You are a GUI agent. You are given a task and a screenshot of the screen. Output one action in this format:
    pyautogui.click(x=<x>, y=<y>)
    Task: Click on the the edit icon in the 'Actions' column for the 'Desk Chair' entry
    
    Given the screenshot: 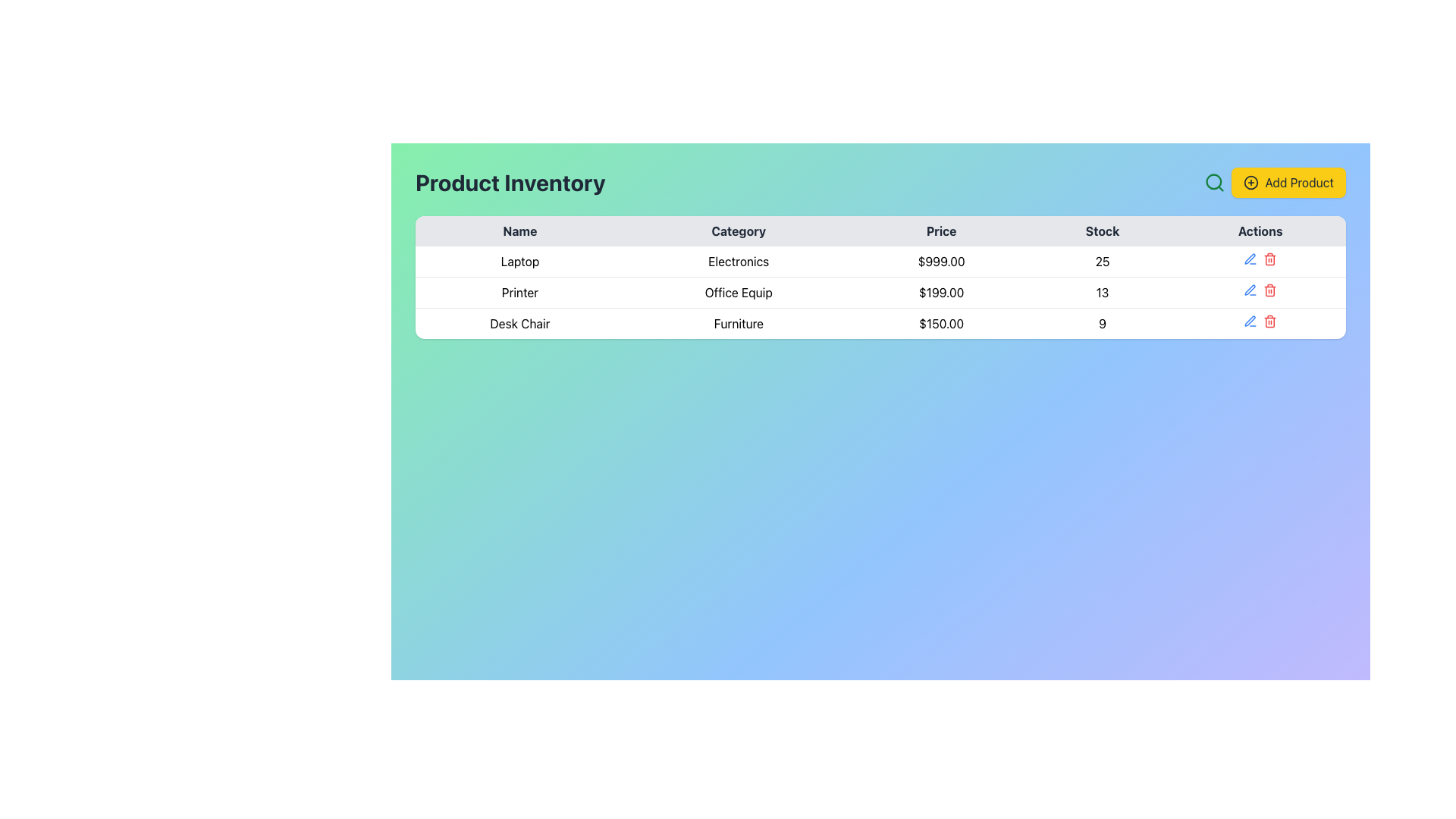 What is the action you would take?
    pyautogui.click(x=1250, y=290)
    